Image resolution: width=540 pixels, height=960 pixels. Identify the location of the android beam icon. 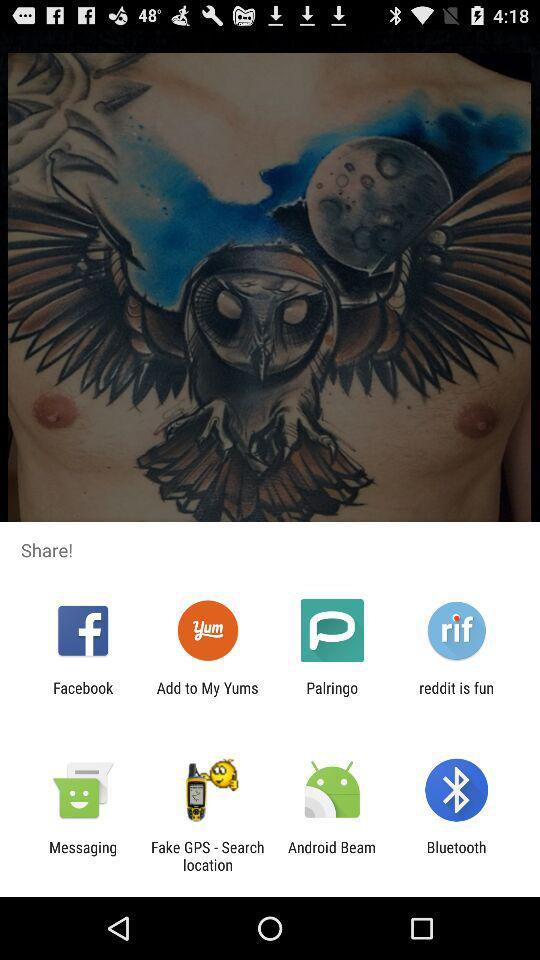
(332, 855).